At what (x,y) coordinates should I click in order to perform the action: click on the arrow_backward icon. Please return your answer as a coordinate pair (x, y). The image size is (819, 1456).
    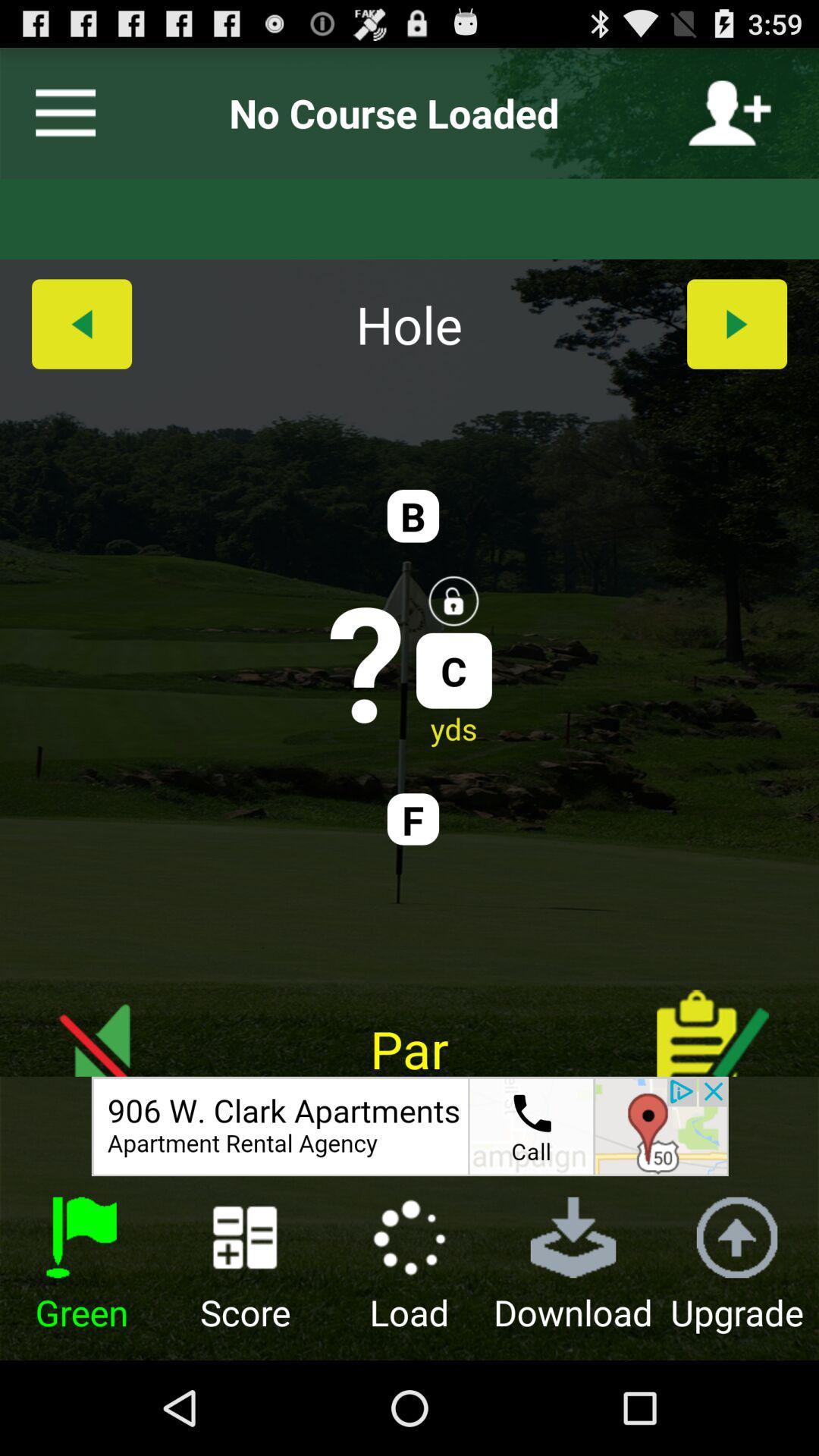
    Looking at the image, I should click on (105, 1093).